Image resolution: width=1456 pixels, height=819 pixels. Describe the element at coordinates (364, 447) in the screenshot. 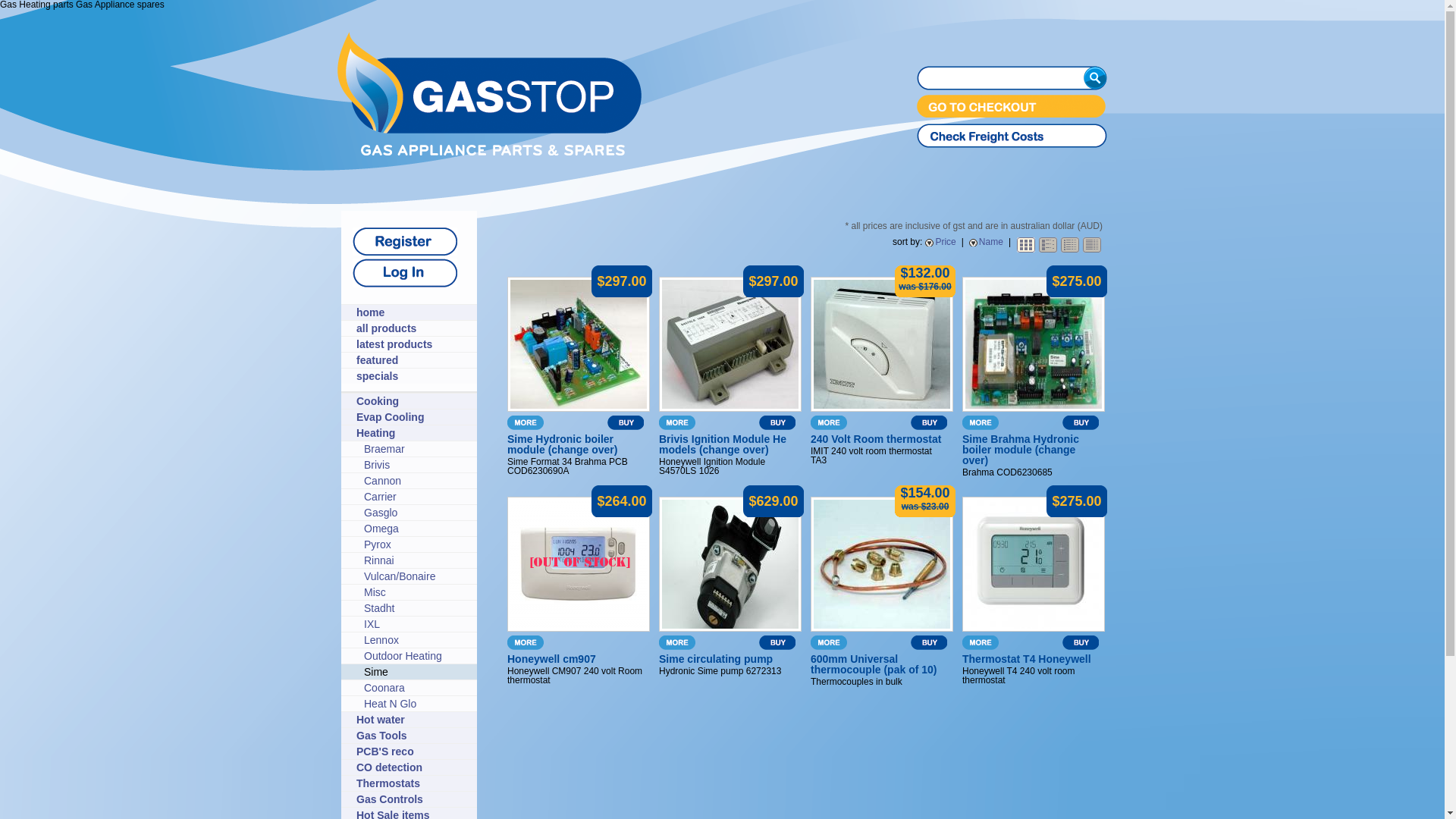

I see `'Braemar'` at that location.